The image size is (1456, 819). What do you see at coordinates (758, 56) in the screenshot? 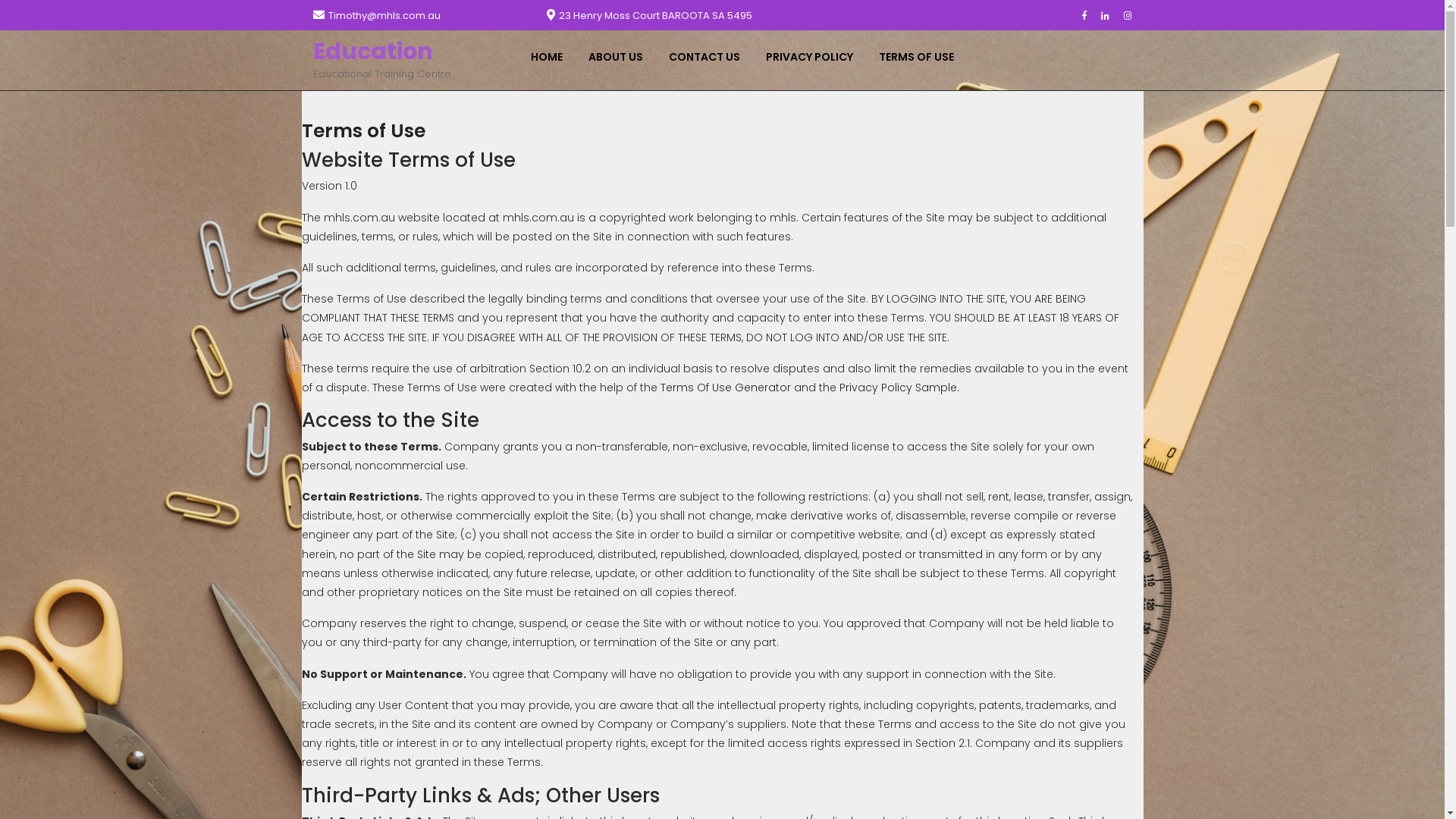
I see `'PRIVACY POLICY'` at bounding box center [758, 56].